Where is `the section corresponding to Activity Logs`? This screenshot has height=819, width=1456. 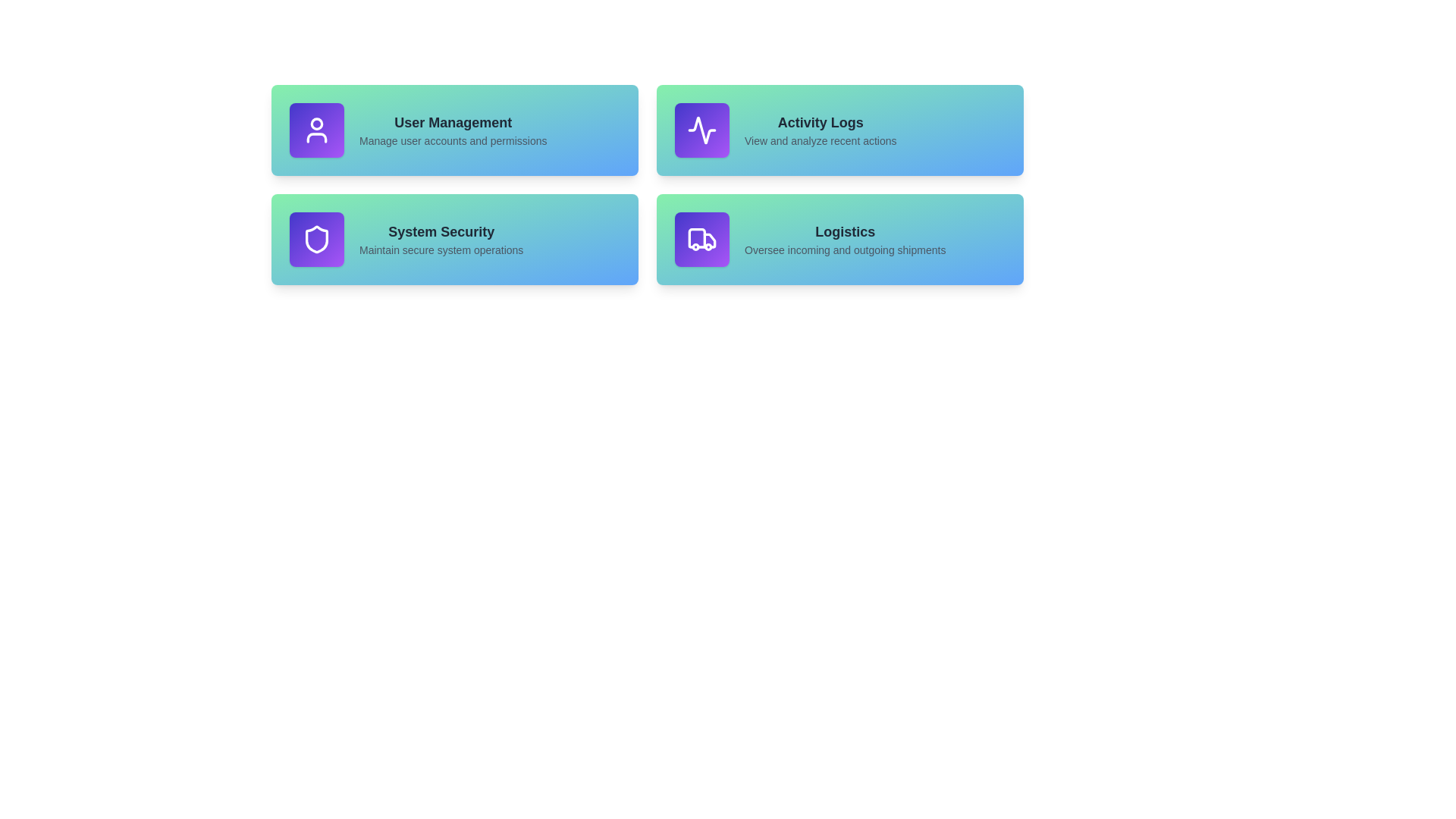 the section corresponding to Activity Logs is located at coordinates (839, 130).